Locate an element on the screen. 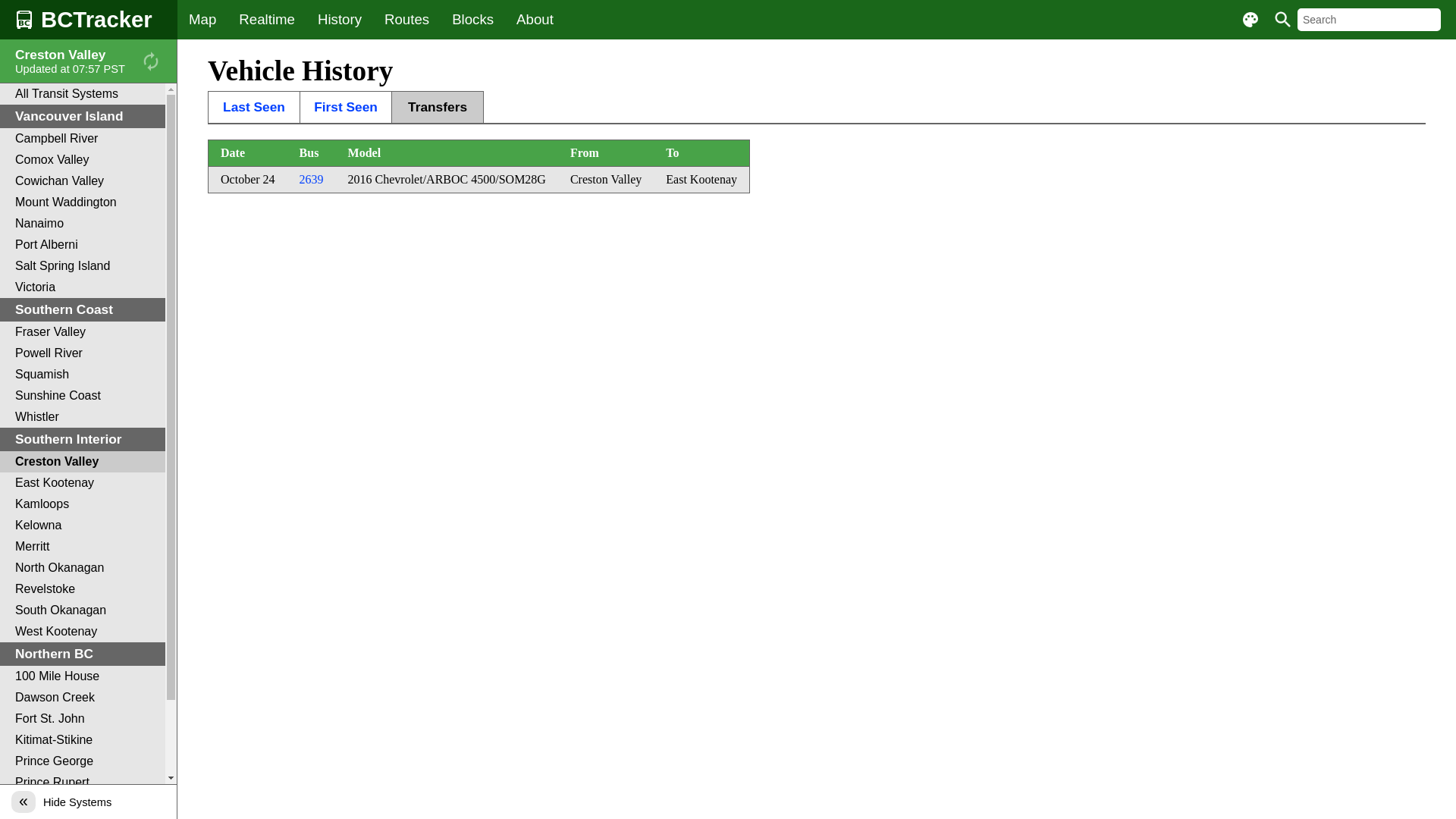  'Campbell River' is located at coordinates (82, 138).